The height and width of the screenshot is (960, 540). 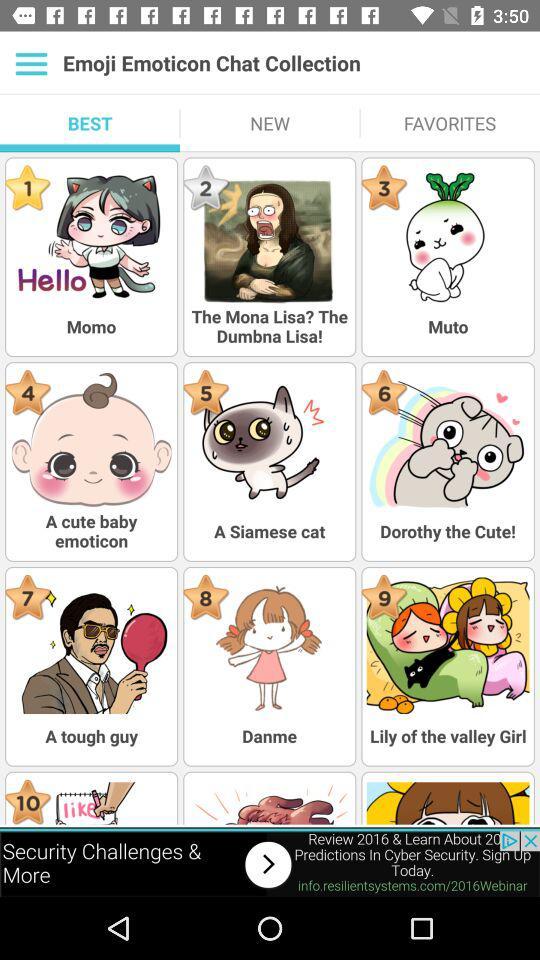 What do you see at coordinates (270, 863) in the screenshot?
I see `open advertisement` at bounding box center [270, 863].